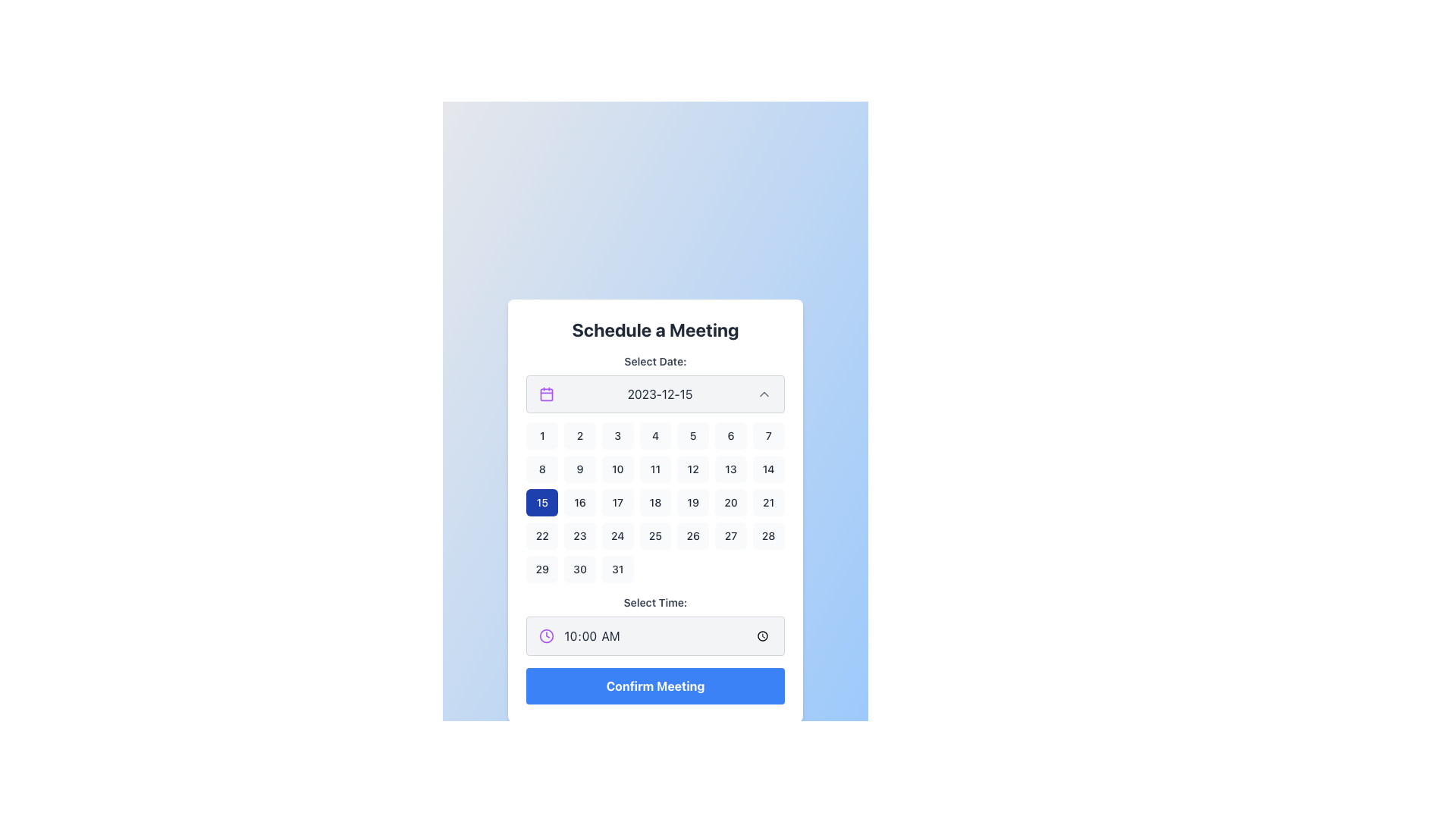 This screenshot has height=819, width=1456. Describe the element at coordinates (617, 570) in the screenshot. I see `the selectable day button representing the 31st day in the calendar interface` at that location.